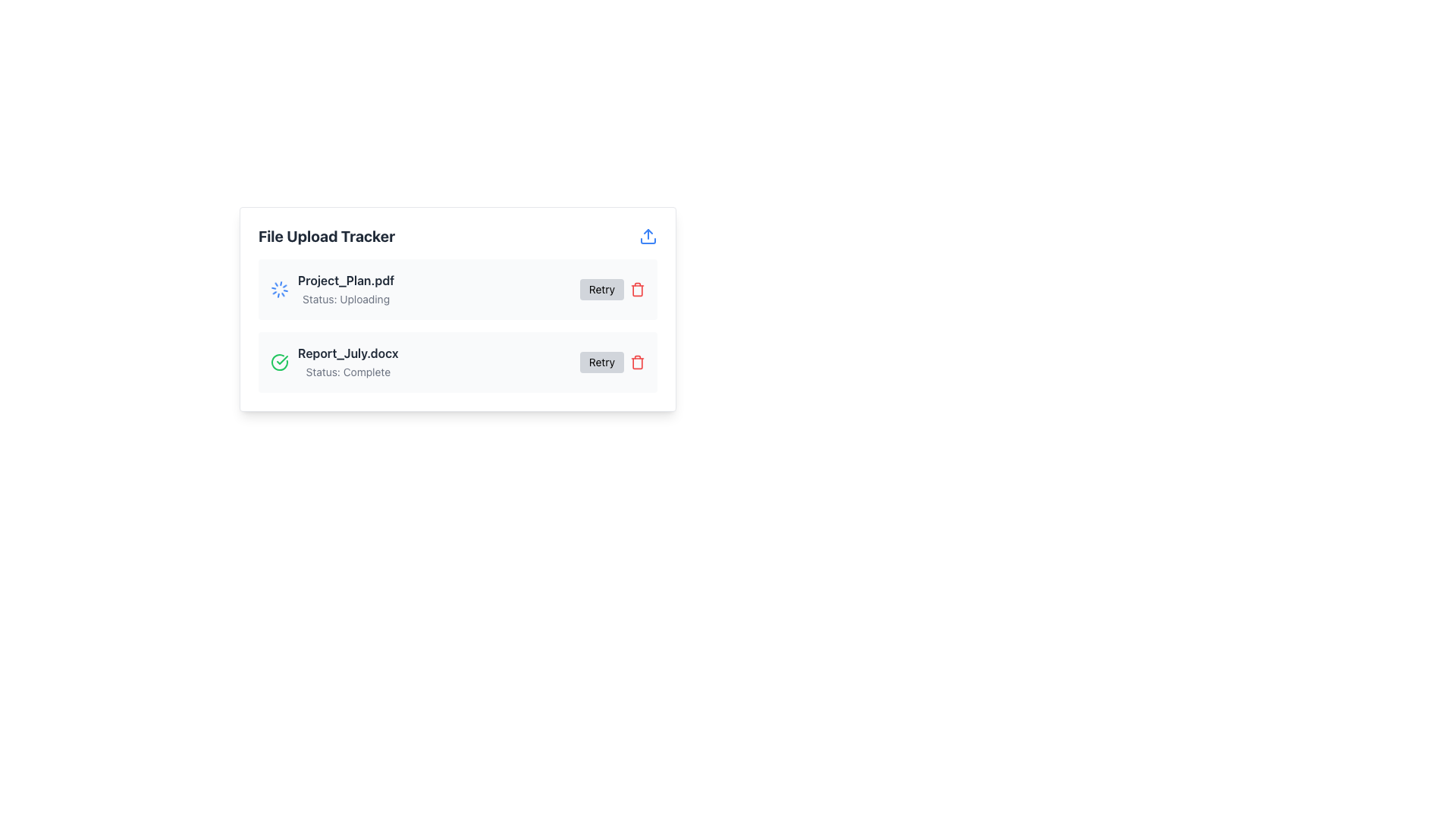 The height and width of the screenshot is (819, 1456). What do you see at coordinates (612, 362) in the screenshot?
I see `the retry button located to the right of the 'Report_July.docx' file in the 'File Upload Tracker' interface to observe the hover effect` at bounding box center [612, 362].